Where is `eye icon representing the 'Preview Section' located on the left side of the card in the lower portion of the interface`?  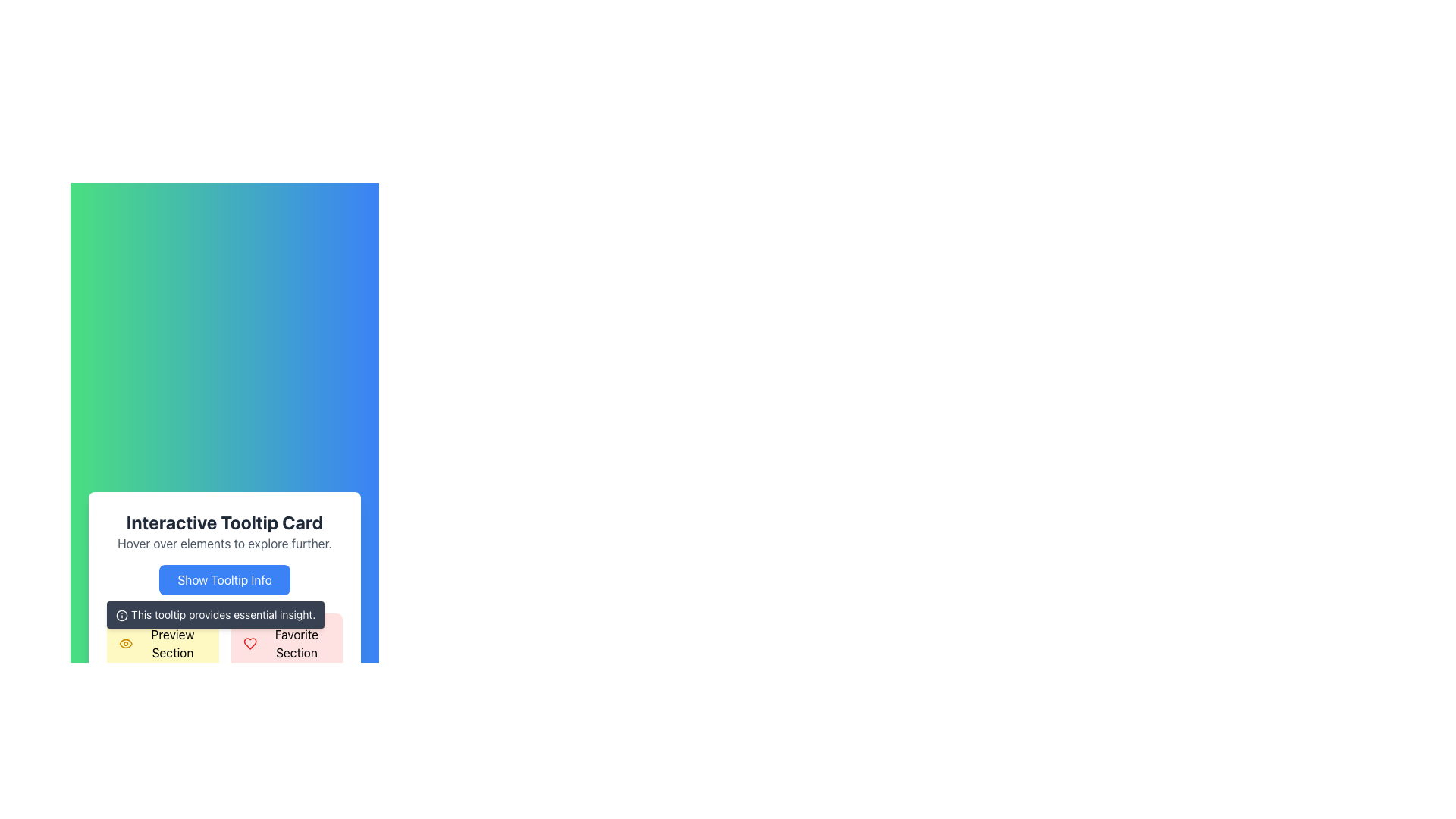
eye icon representing the 'Preview Section' located on the left side of the card in the lower portion of the interface is located at coordinates (126, 643).